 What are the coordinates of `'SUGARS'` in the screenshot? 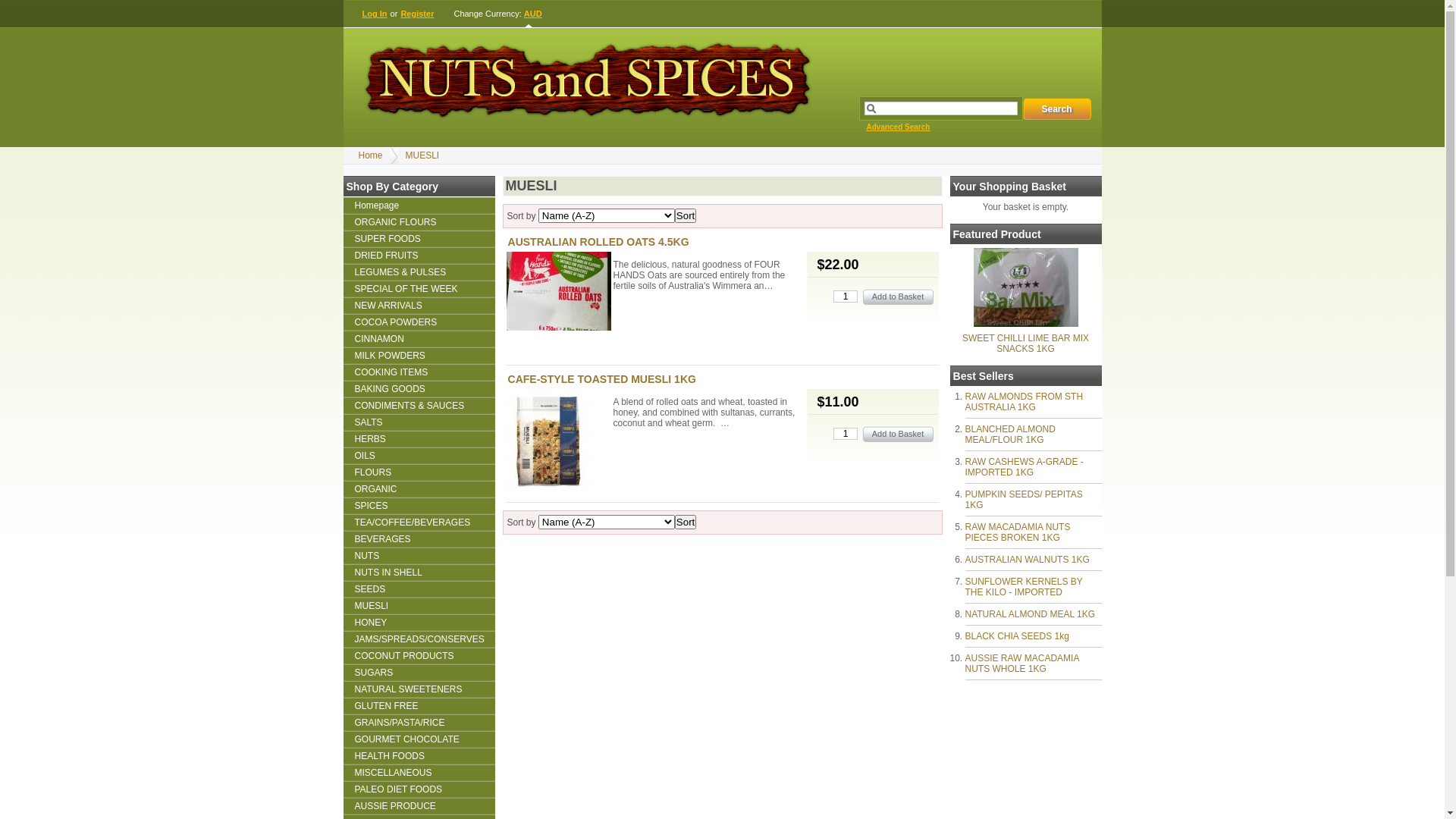 It's located at (419, 672).